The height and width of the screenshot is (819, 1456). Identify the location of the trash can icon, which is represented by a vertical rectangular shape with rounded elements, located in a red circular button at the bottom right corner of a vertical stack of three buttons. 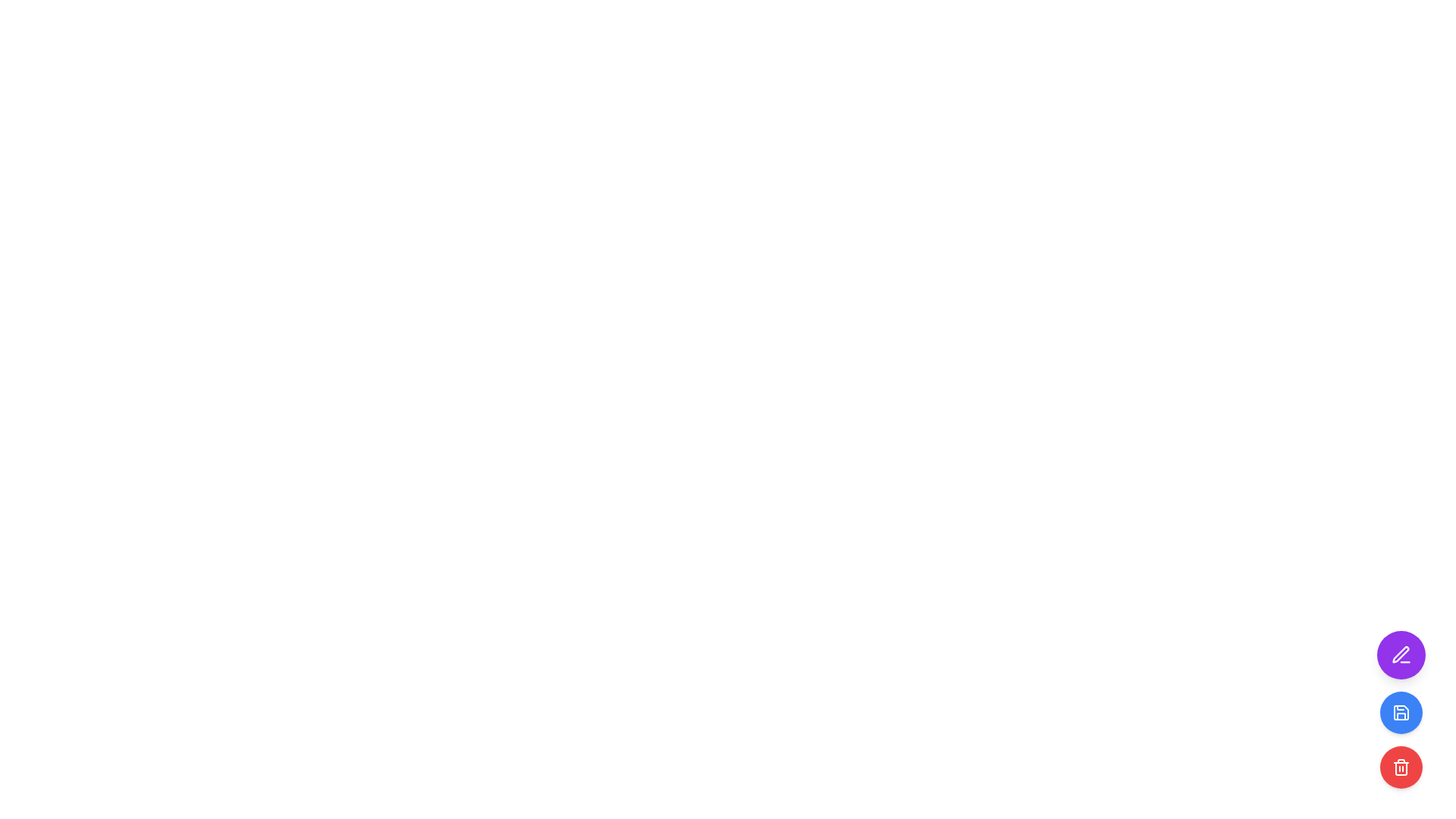
(1401, 769).